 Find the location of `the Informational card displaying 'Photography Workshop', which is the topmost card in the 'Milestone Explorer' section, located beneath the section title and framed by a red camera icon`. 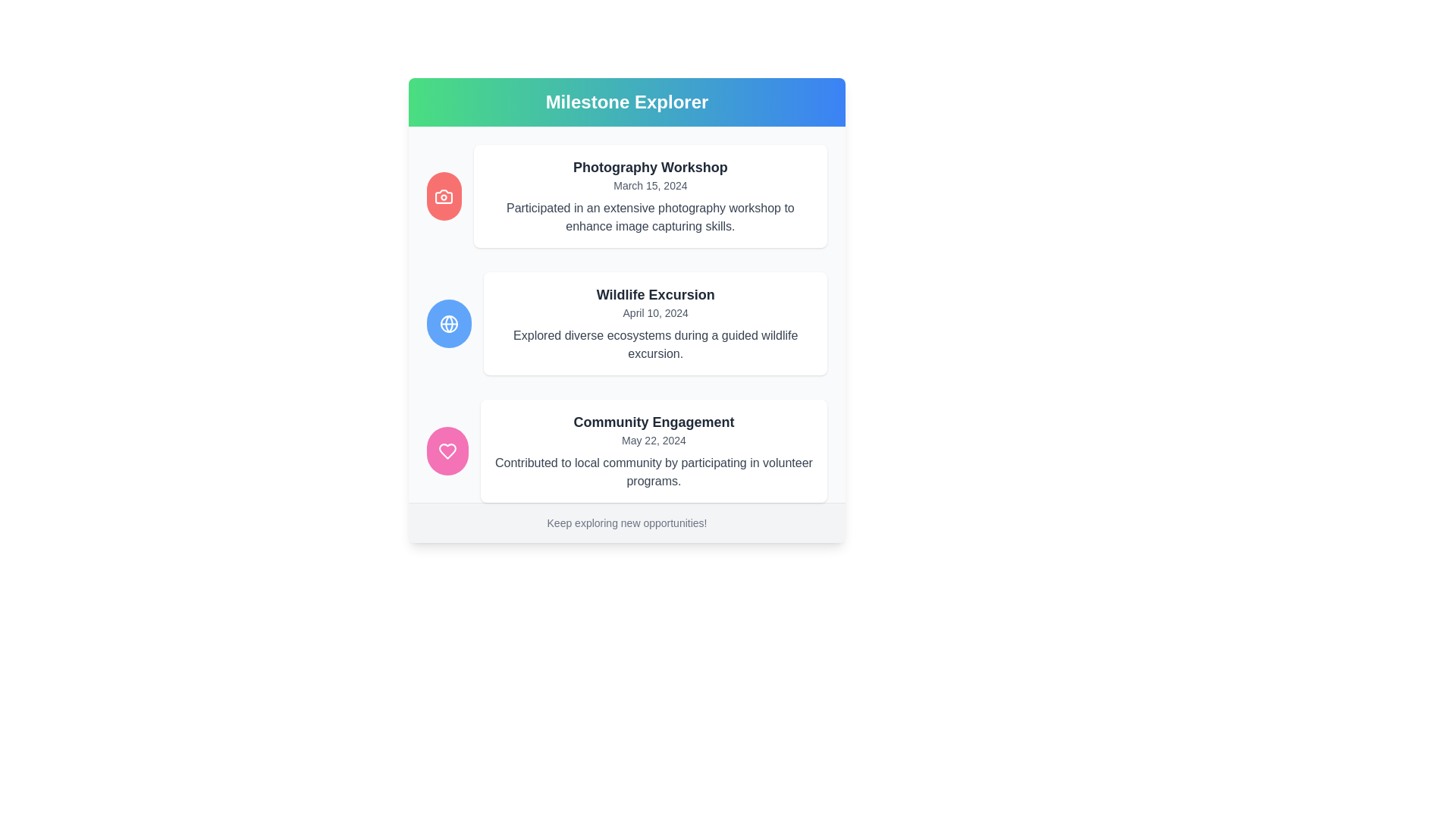

the Informational card displaying 'Photography Workshop', which is the topmost card in the 'Milestone Explorer' section, located beneath the section title and framed by a red camera icon is located at coordinates (650, 195).